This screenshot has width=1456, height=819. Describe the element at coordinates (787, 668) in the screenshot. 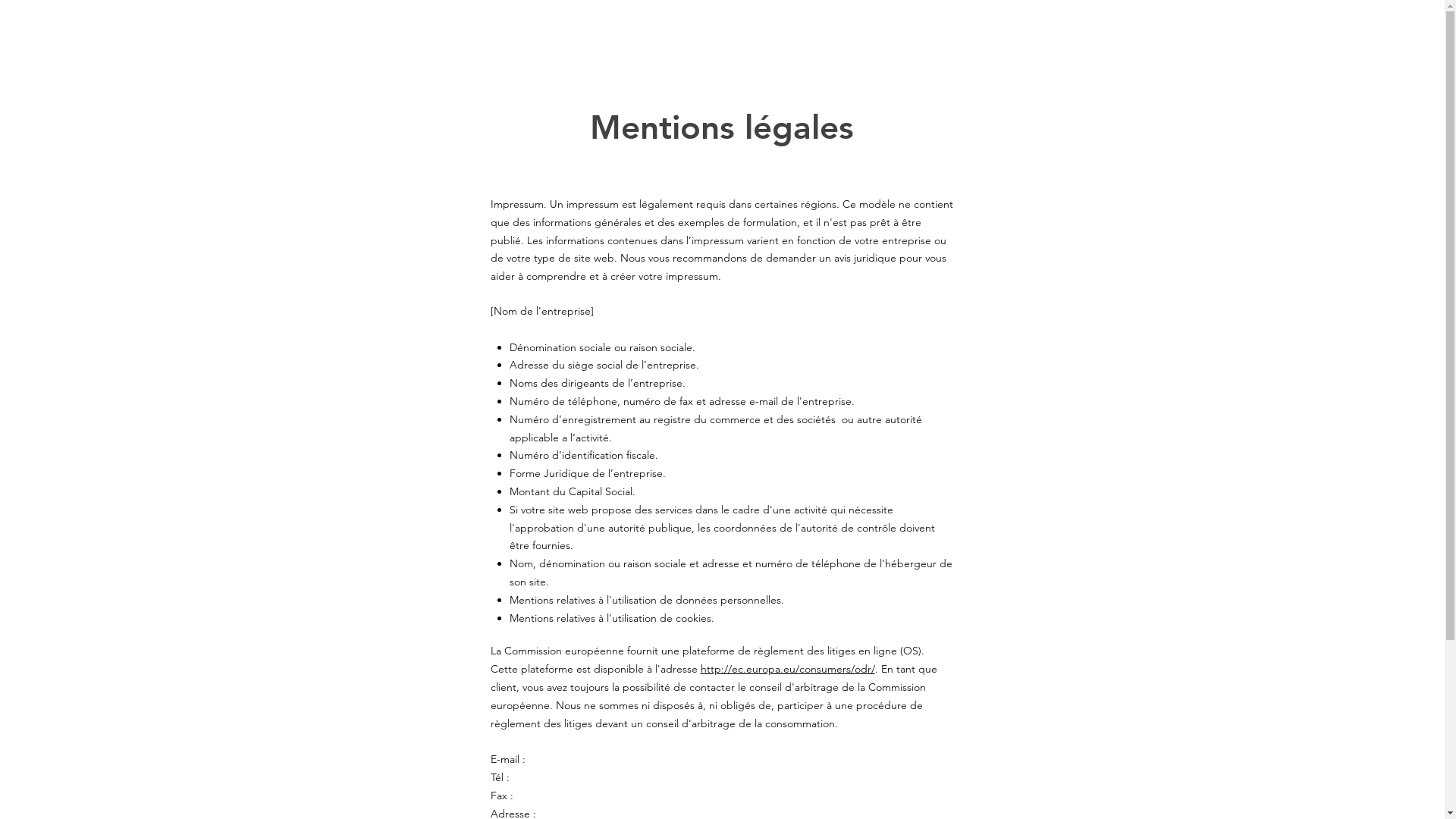

I see `'http://ec.europa.eu/consumers/odr/'` at that location.